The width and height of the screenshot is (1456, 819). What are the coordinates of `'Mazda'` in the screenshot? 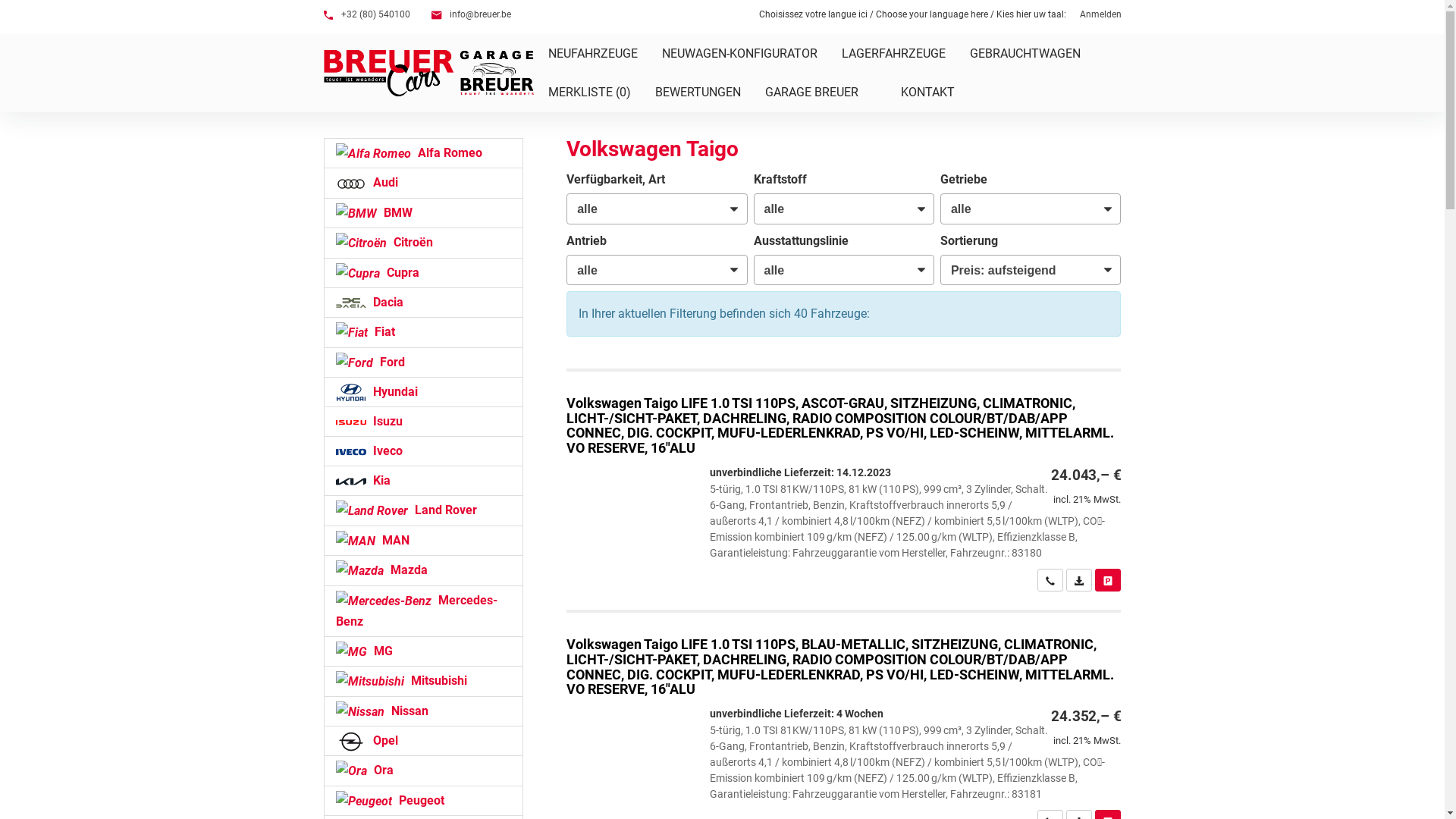 It's located at (422, 570).